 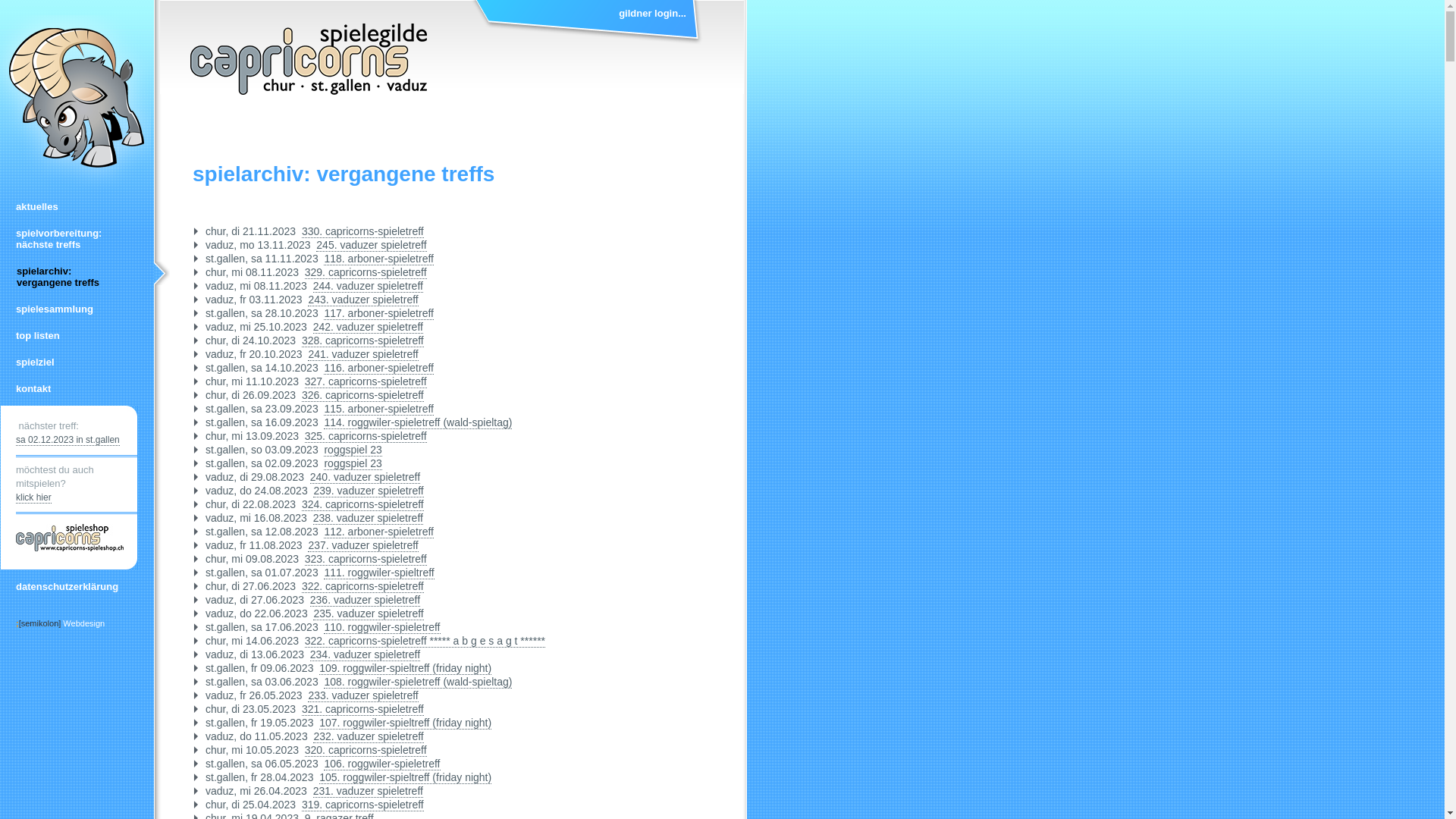 I want to click on '238. vaduzer spieletreff', so click(x=312, y=517).